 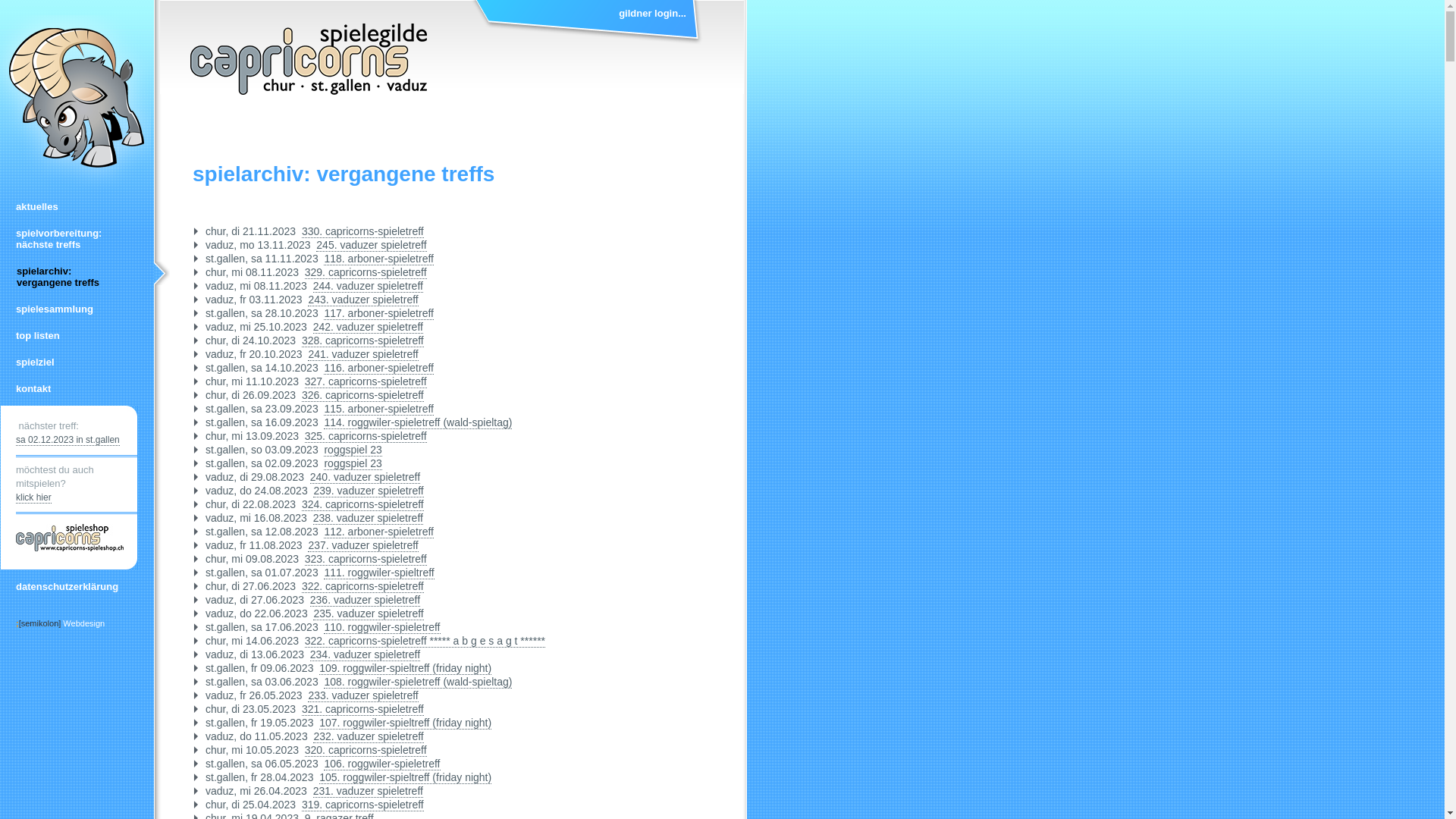 I want to click on '238. vaduzer spieletreff', so click(x=312, y=517).